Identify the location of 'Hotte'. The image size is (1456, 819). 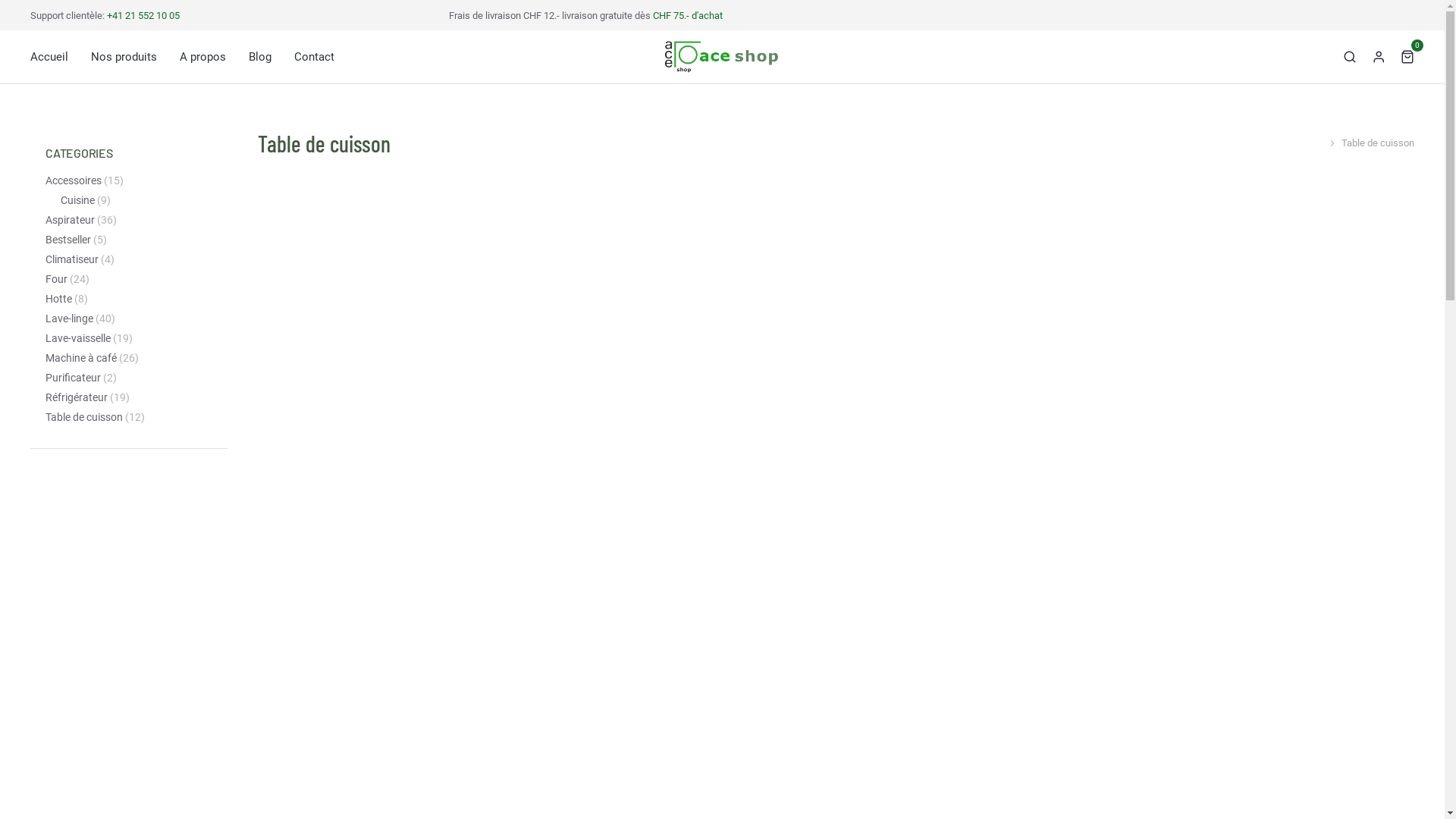
(58, 299).